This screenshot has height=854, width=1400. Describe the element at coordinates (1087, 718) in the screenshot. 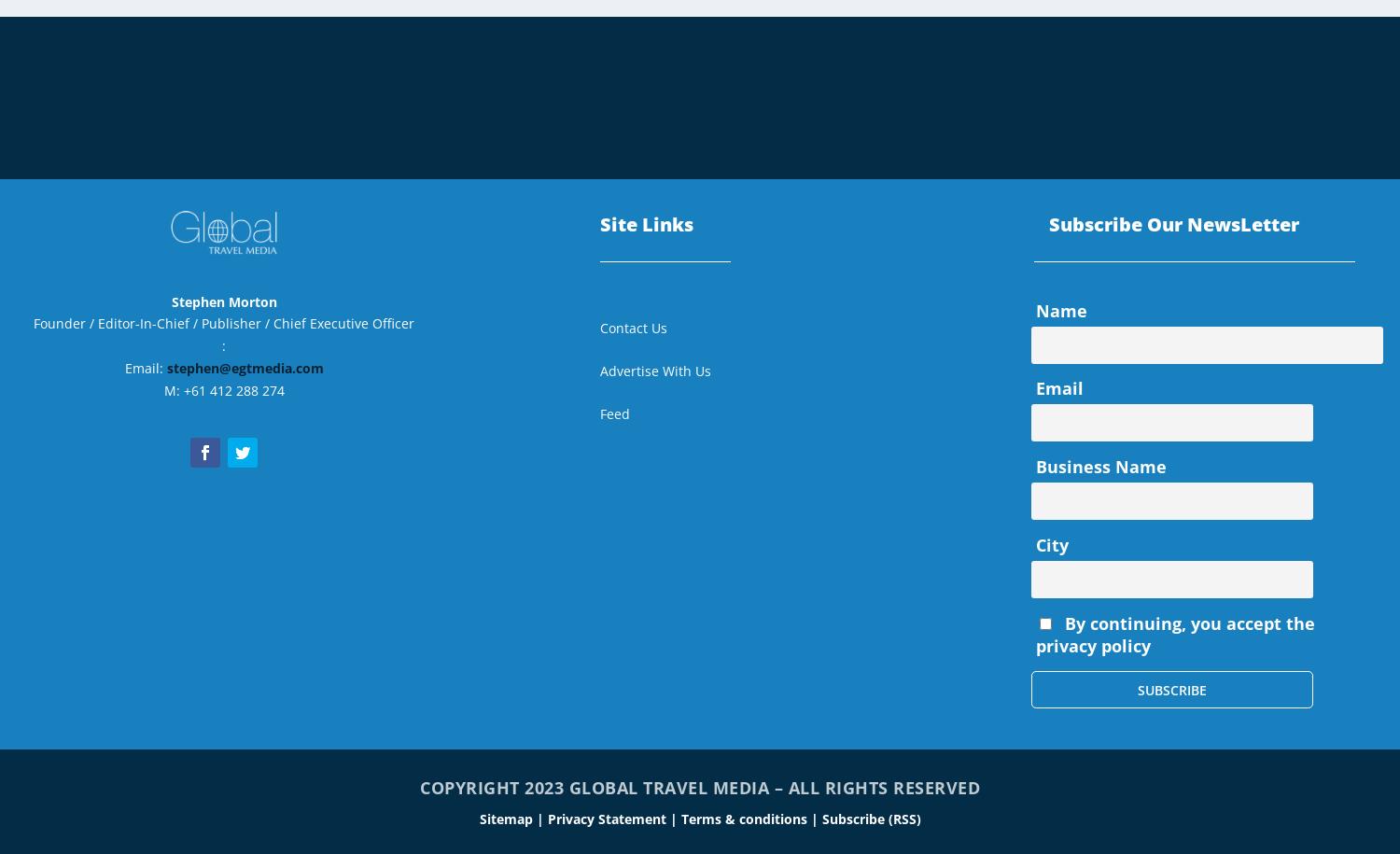

I see `'November 2020'` at that location.